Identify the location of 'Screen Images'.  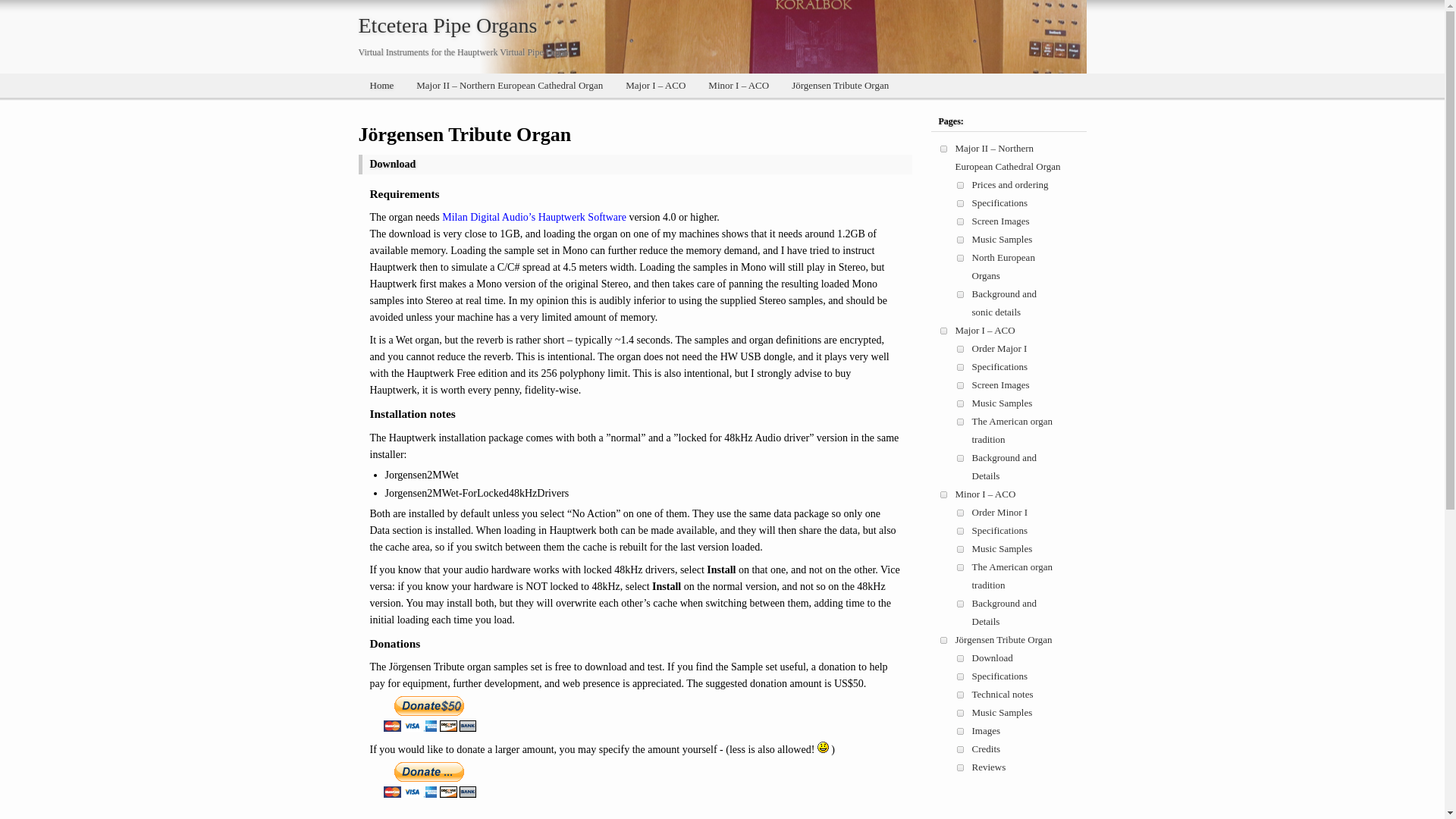
(1001, 221).